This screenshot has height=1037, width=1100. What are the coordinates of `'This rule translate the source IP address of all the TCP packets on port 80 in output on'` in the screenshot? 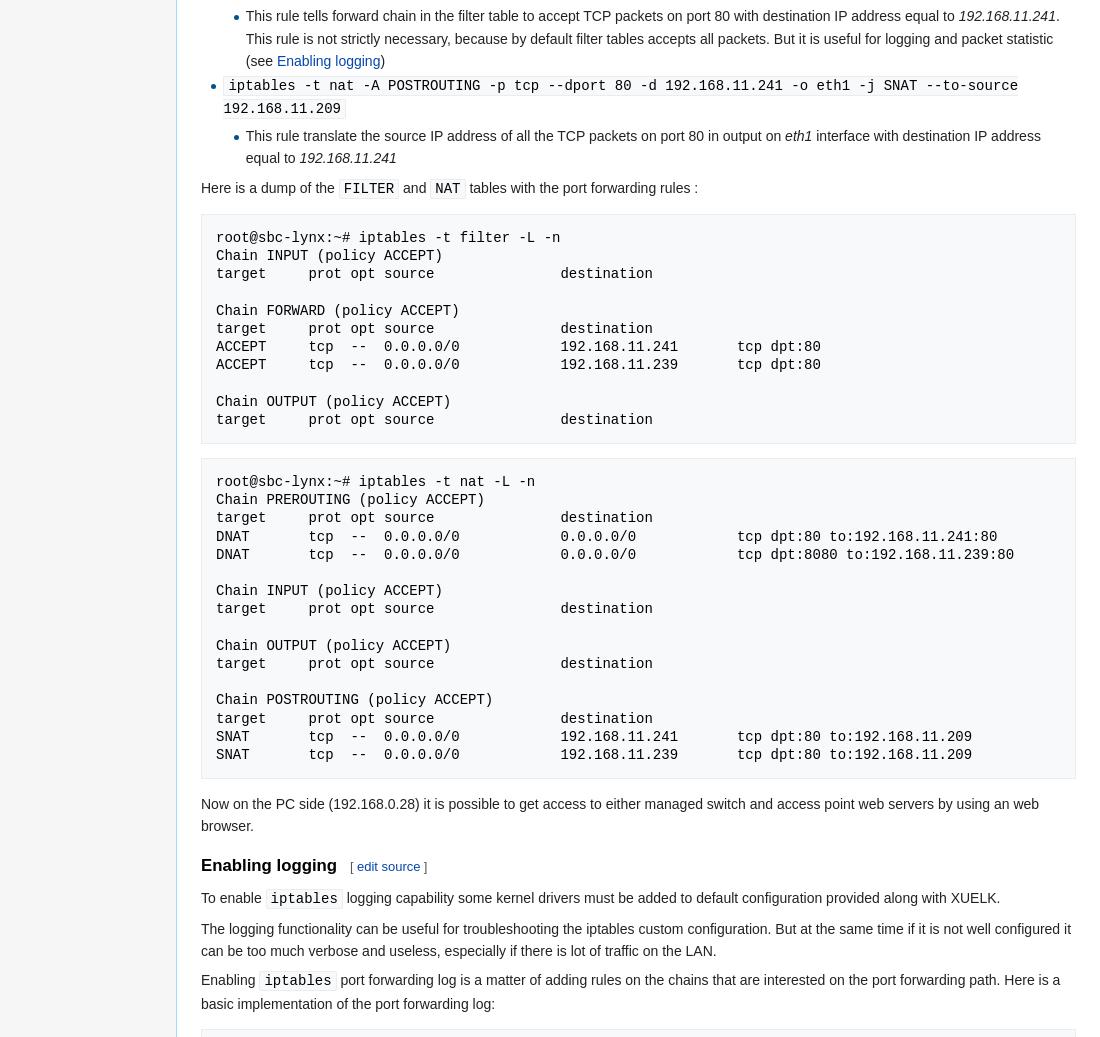 It's located at (515, 134).